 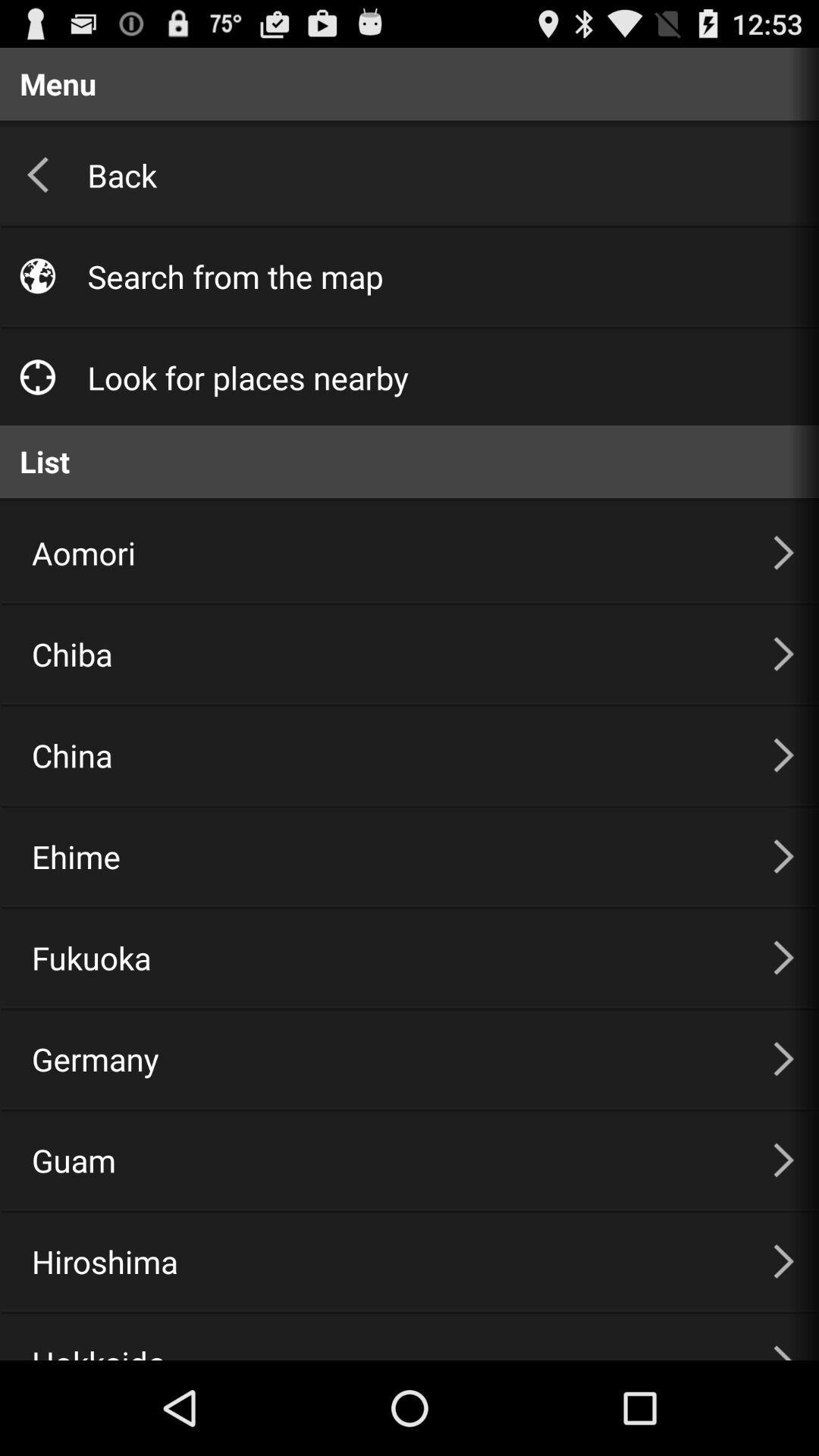 What do you see at coordinates (383, 552) in the screenshot?
I see `the aomori item` at bounding box center [383, 552].